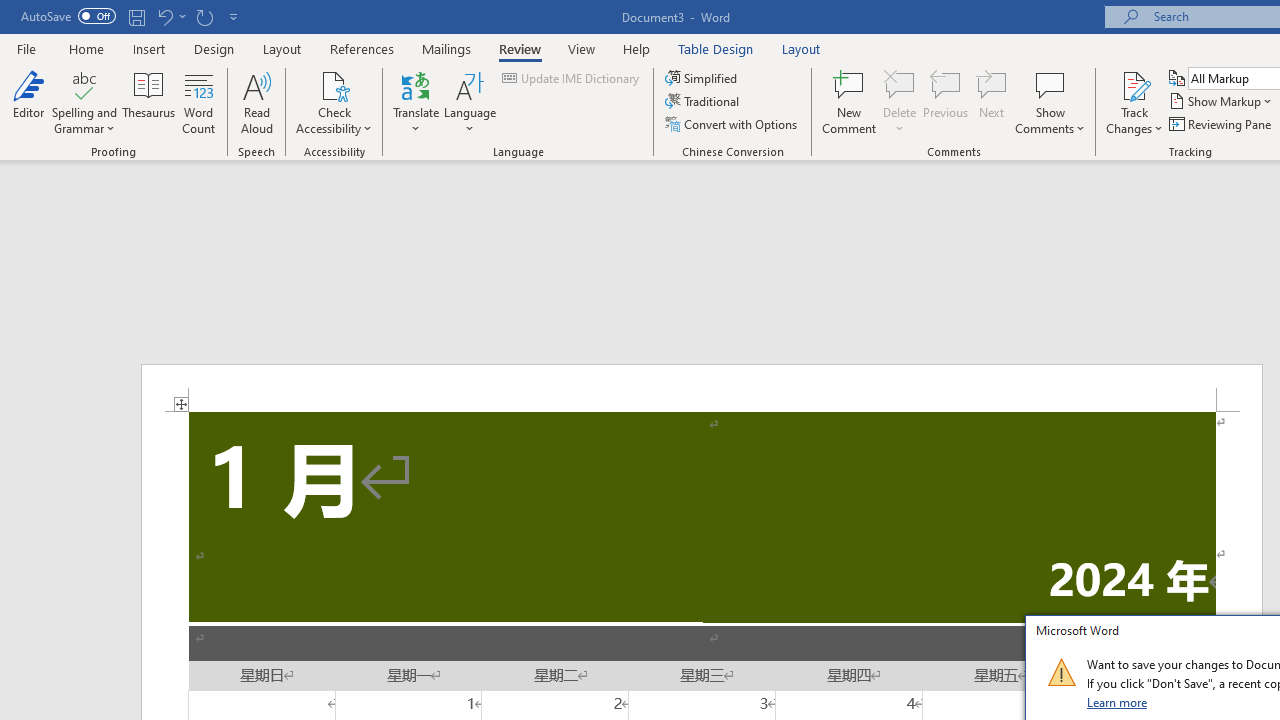  Describe the element at coordinates (702, 388) in the screenshot. I see `'Header -Section 1-'` at that location.